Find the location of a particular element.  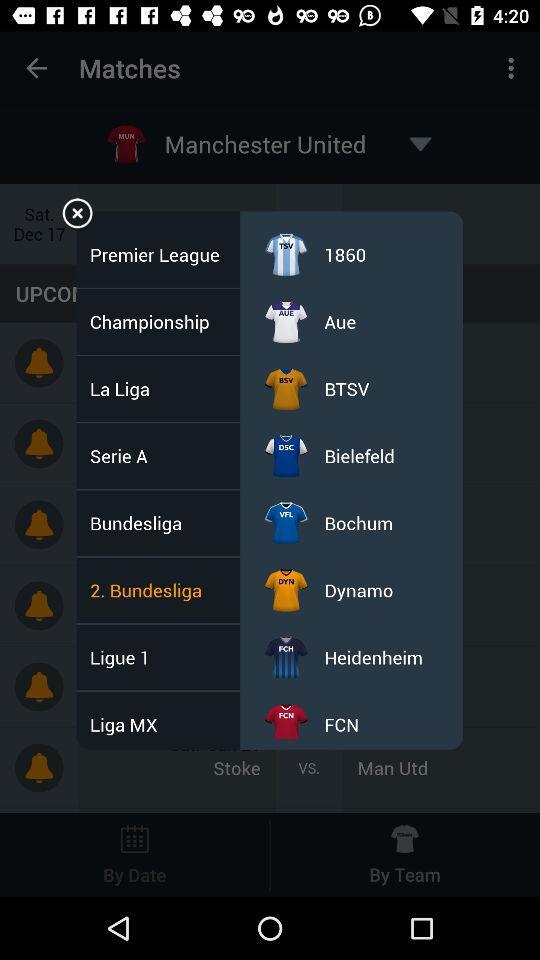

icon above the dynamo icon is located at coordinates (357, 522).